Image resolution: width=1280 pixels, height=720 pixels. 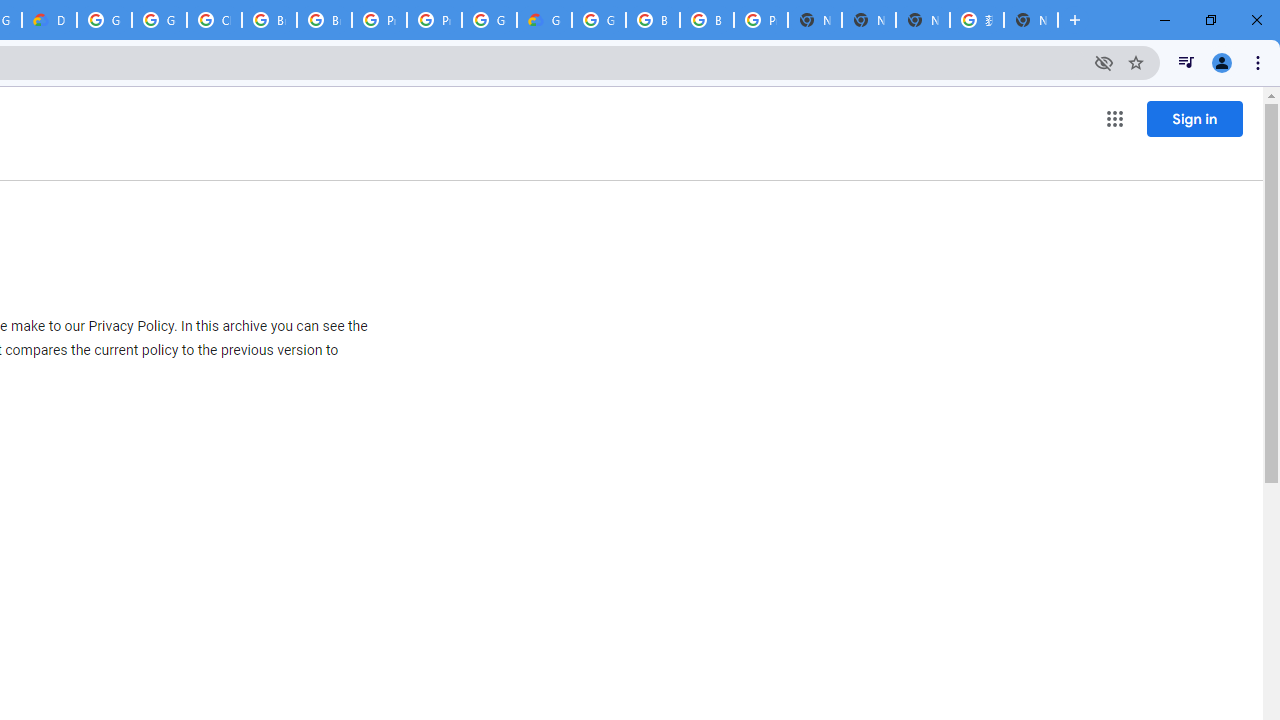 What do you see at coordinates (489, 20) in the screenshot?
I see `'Google Cloud Platform'` at bounding box center [489, 20].